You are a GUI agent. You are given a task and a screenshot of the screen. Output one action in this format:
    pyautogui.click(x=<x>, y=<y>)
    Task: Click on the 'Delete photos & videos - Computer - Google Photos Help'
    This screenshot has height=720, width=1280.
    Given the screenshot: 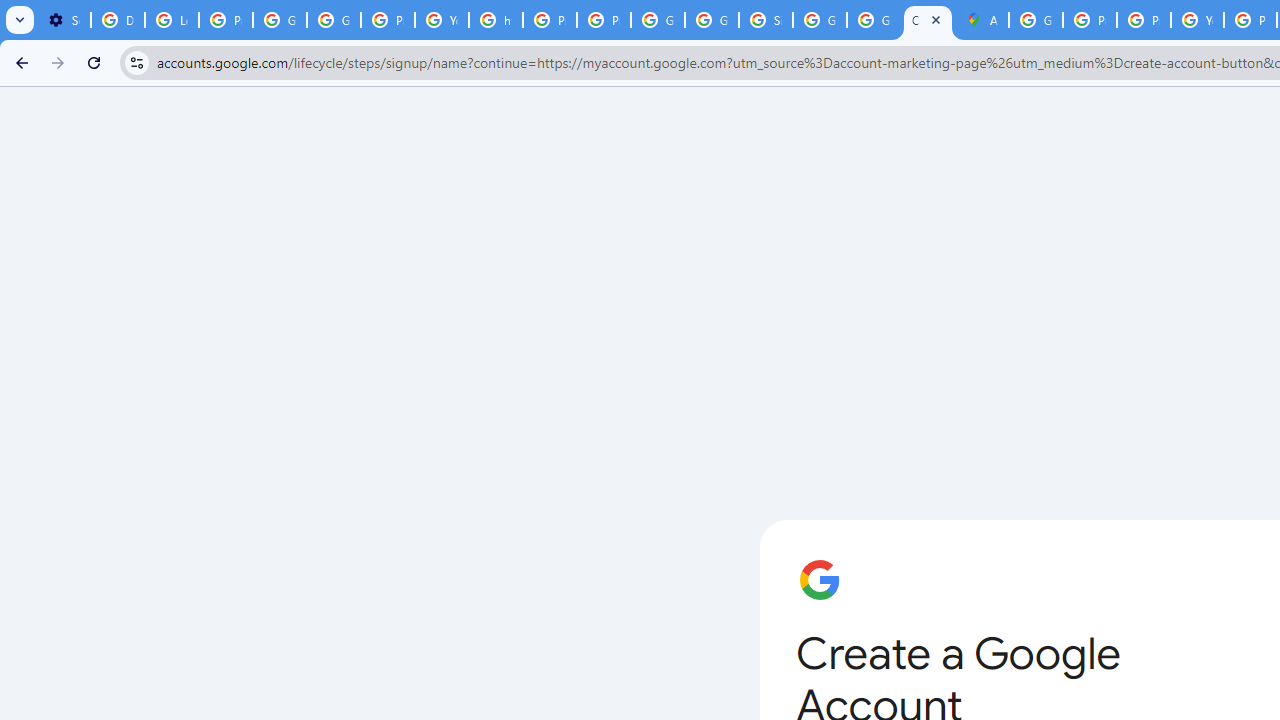 What is the action you would take?
    pyautogui.click(x=116, y=20)
    